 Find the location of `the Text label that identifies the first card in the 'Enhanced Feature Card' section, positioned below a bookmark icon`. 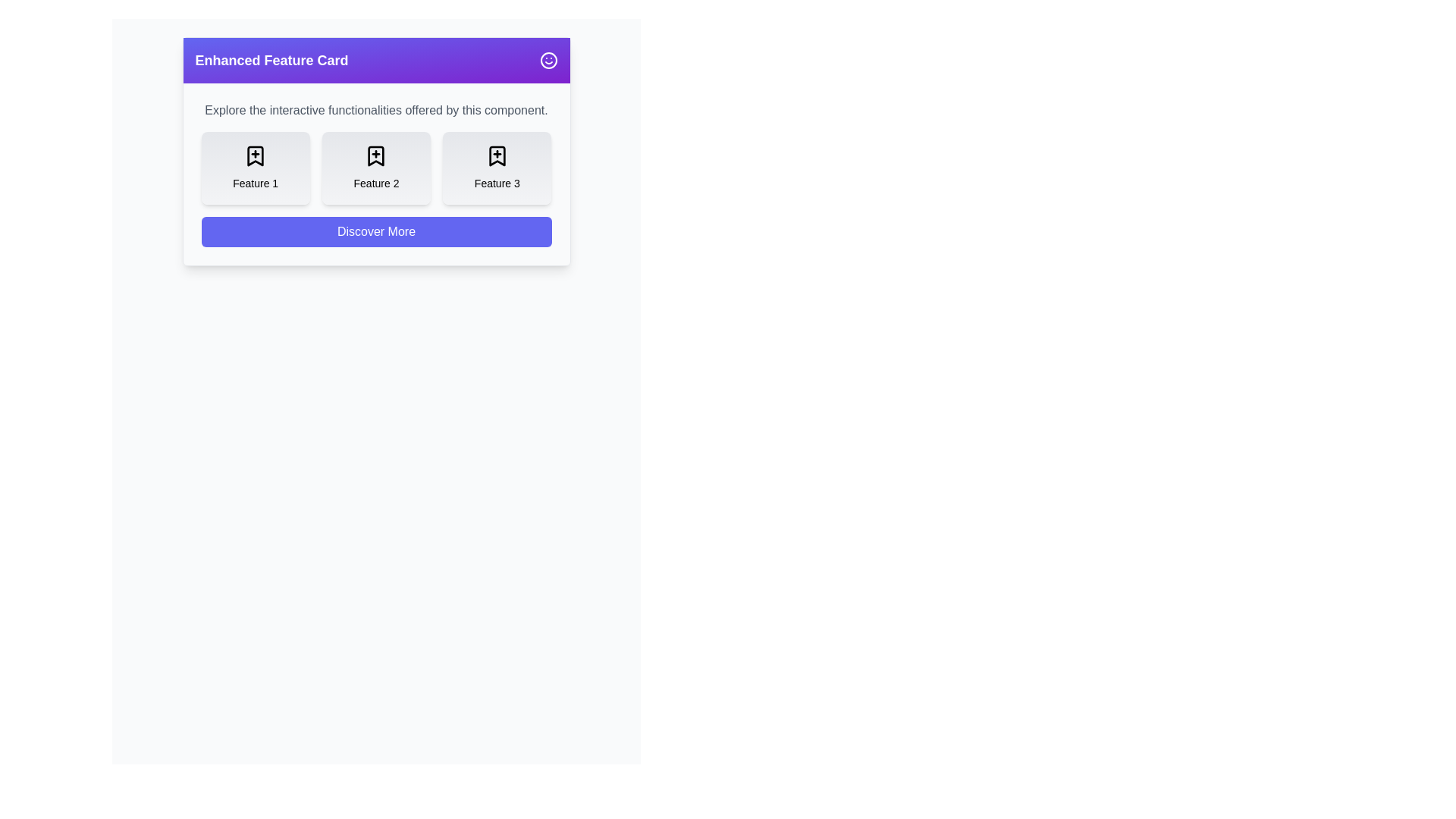

the Text label that identifies the first card in the 'Enhanced Feature Card' section, positioned below a bookmark icon is located at coordinates (256, 183).